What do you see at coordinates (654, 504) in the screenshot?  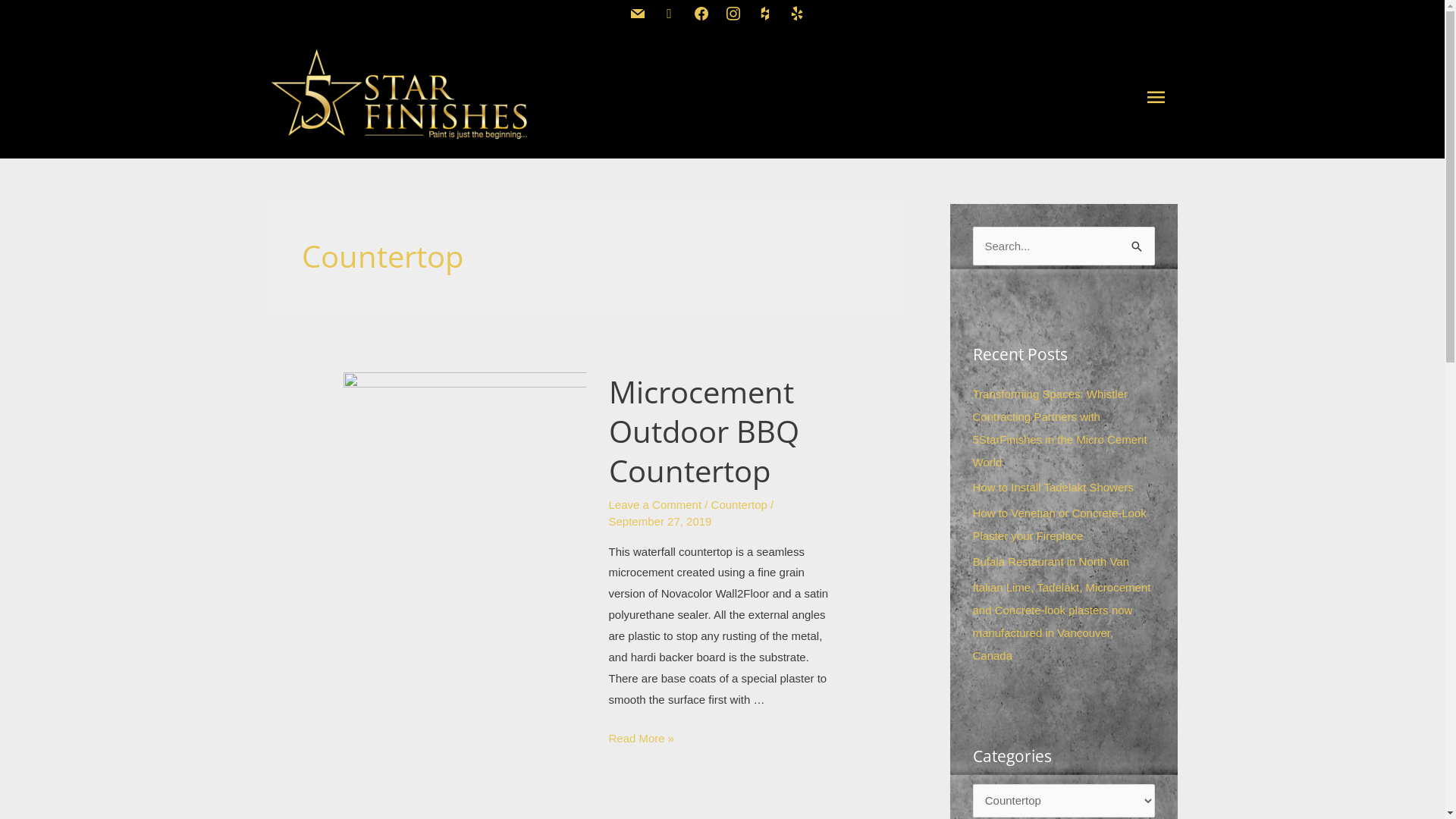 I see `'Leave a Comment'` at bounding box center [654, 504].